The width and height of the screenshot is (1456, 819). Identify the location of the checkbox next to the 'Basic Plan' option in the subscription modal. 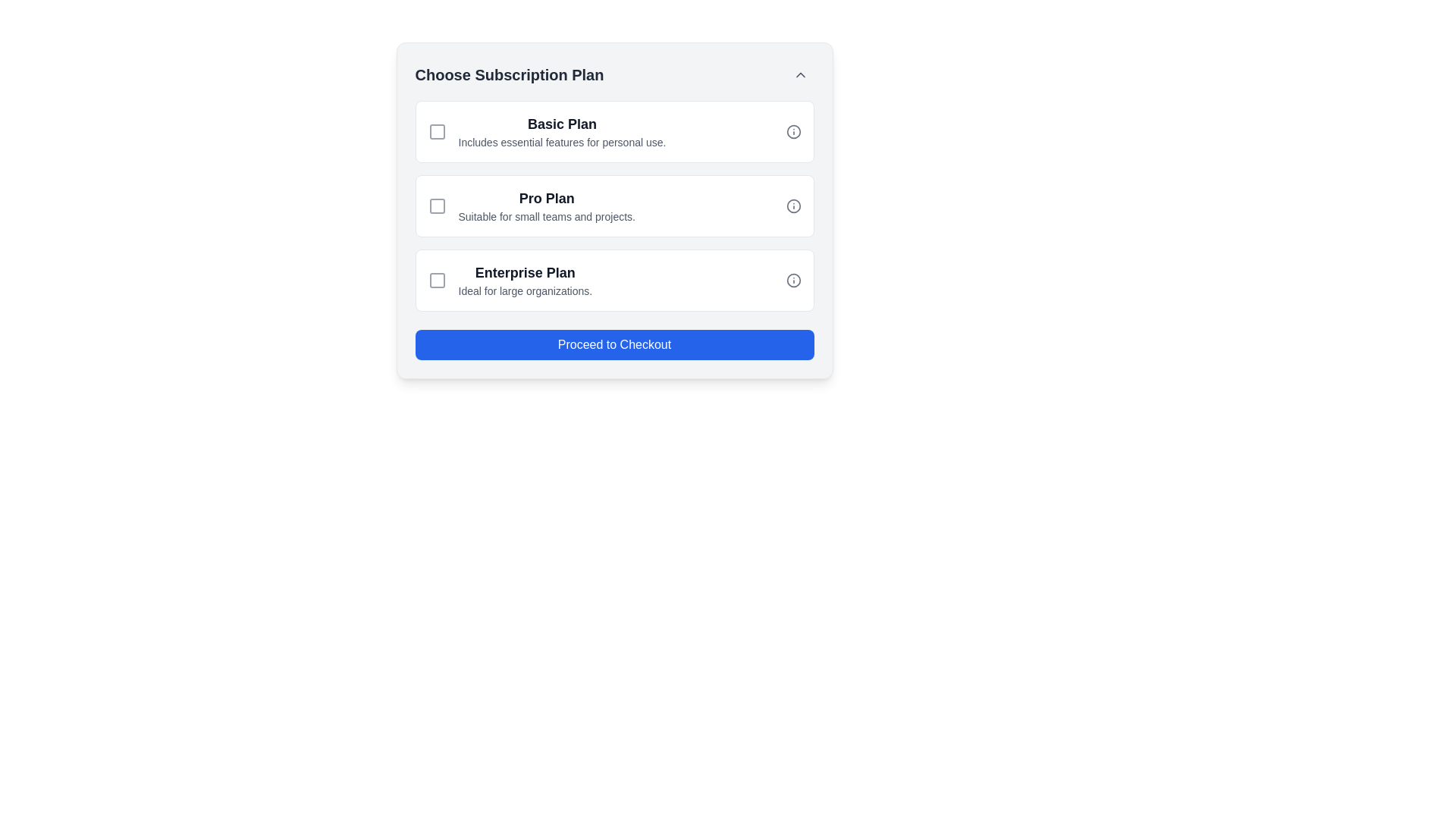
(436, 130).